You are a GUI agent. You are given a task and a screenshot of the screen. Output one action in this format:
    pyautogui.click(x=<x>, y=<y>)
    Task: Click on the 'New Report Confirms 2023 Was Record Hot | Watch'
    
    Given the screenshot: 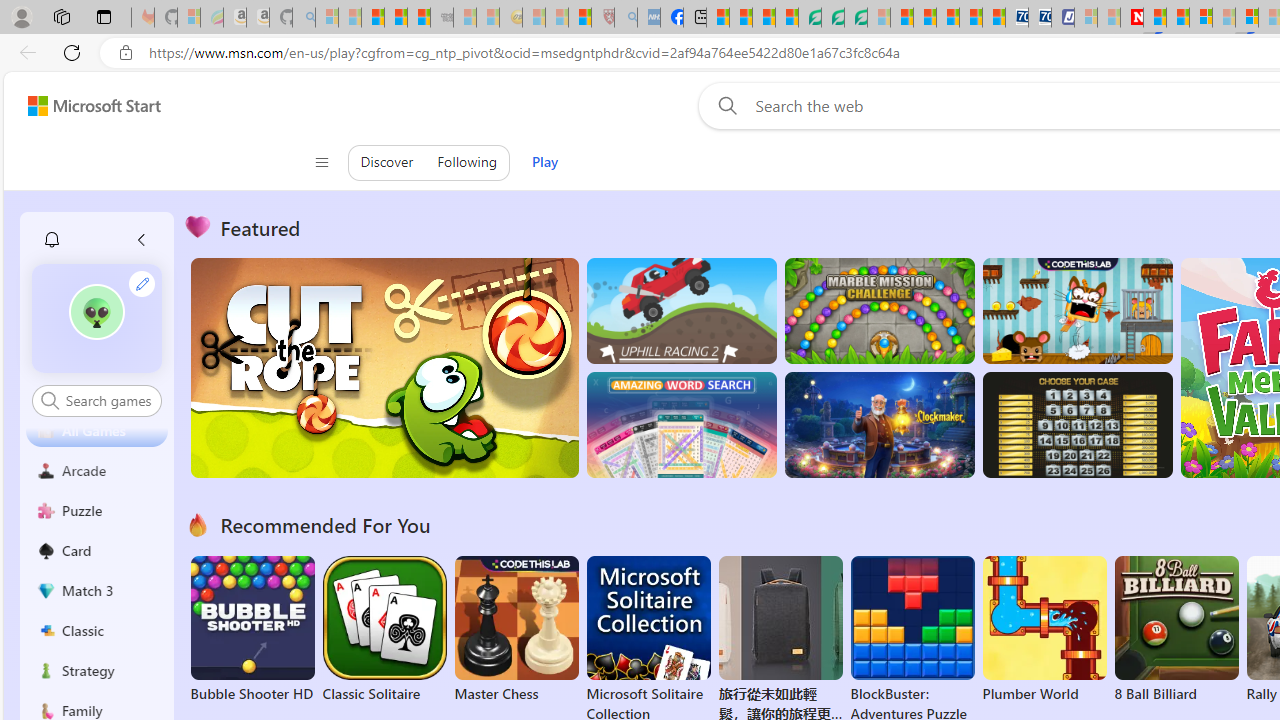 What is the action you would take?
    pyautogui.click(x=418, y=17)
    